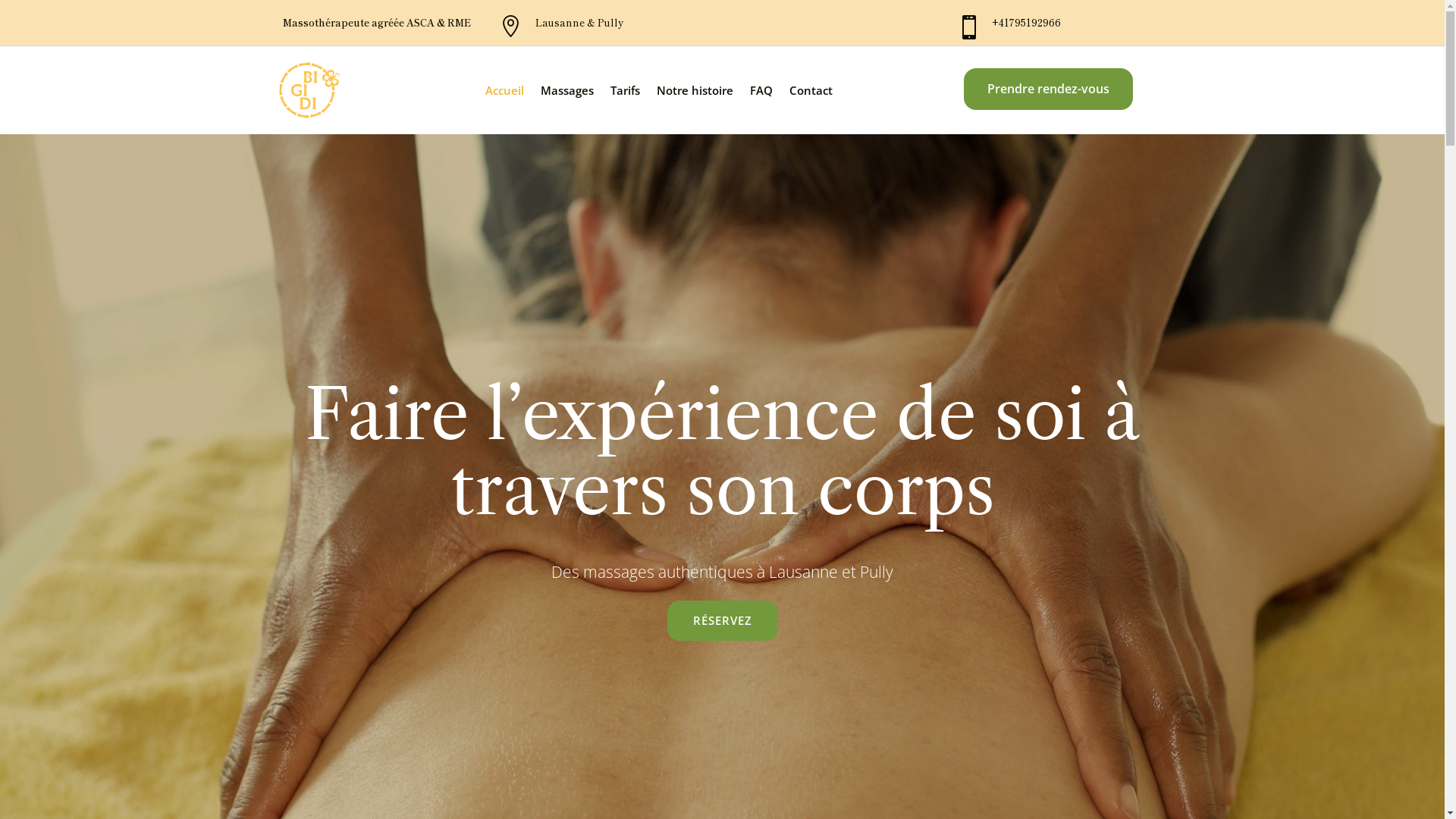 The height and width of the screenshot is (819, 1456). I want to click on 'Contact', so click(810, 90).